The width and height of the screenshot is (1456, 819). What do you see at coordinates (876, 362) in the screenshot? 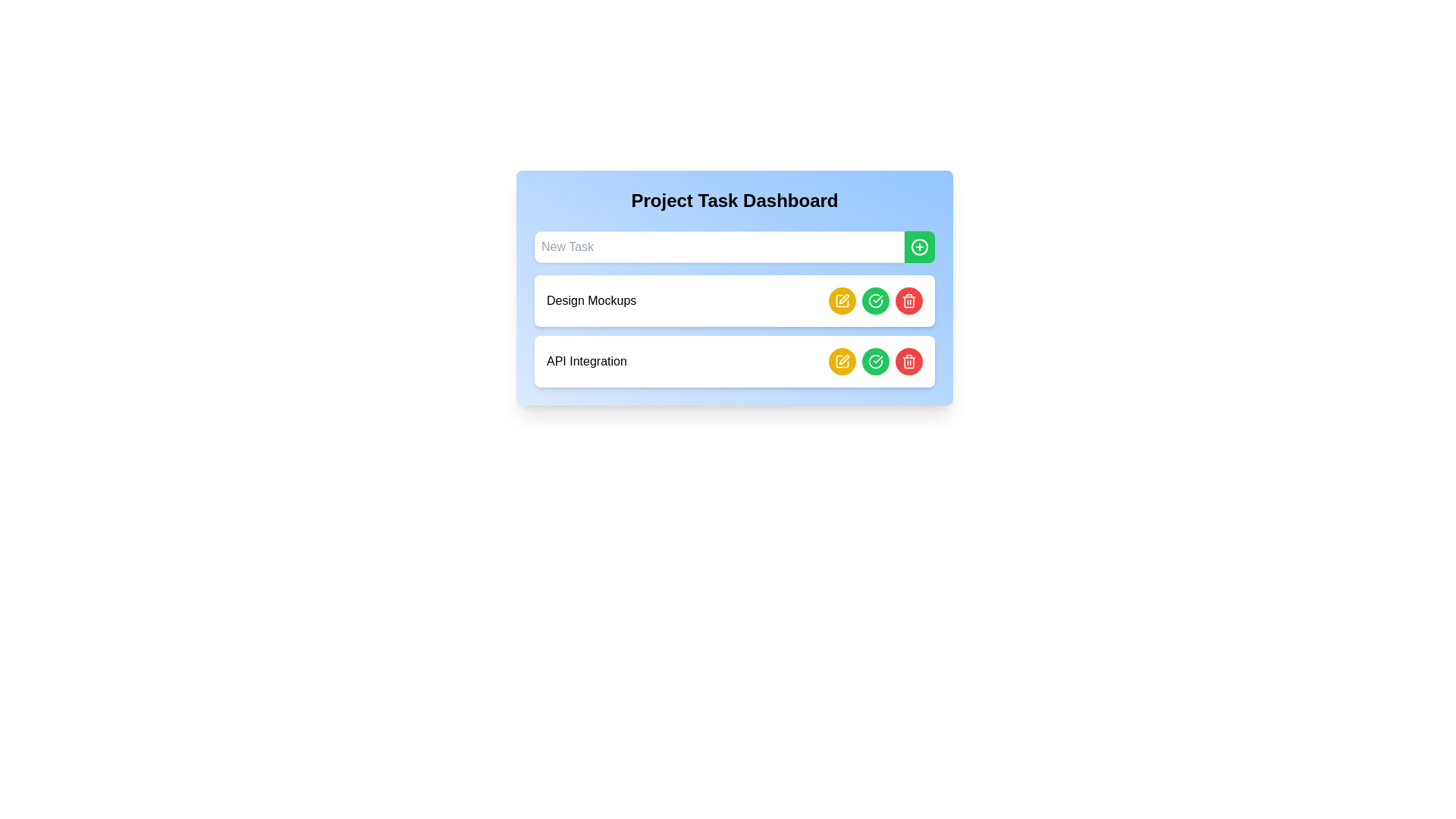
I see `the second circular action button with a green background located on the right side of the 'API Integration' task item row` at bounding box center [876, 362].